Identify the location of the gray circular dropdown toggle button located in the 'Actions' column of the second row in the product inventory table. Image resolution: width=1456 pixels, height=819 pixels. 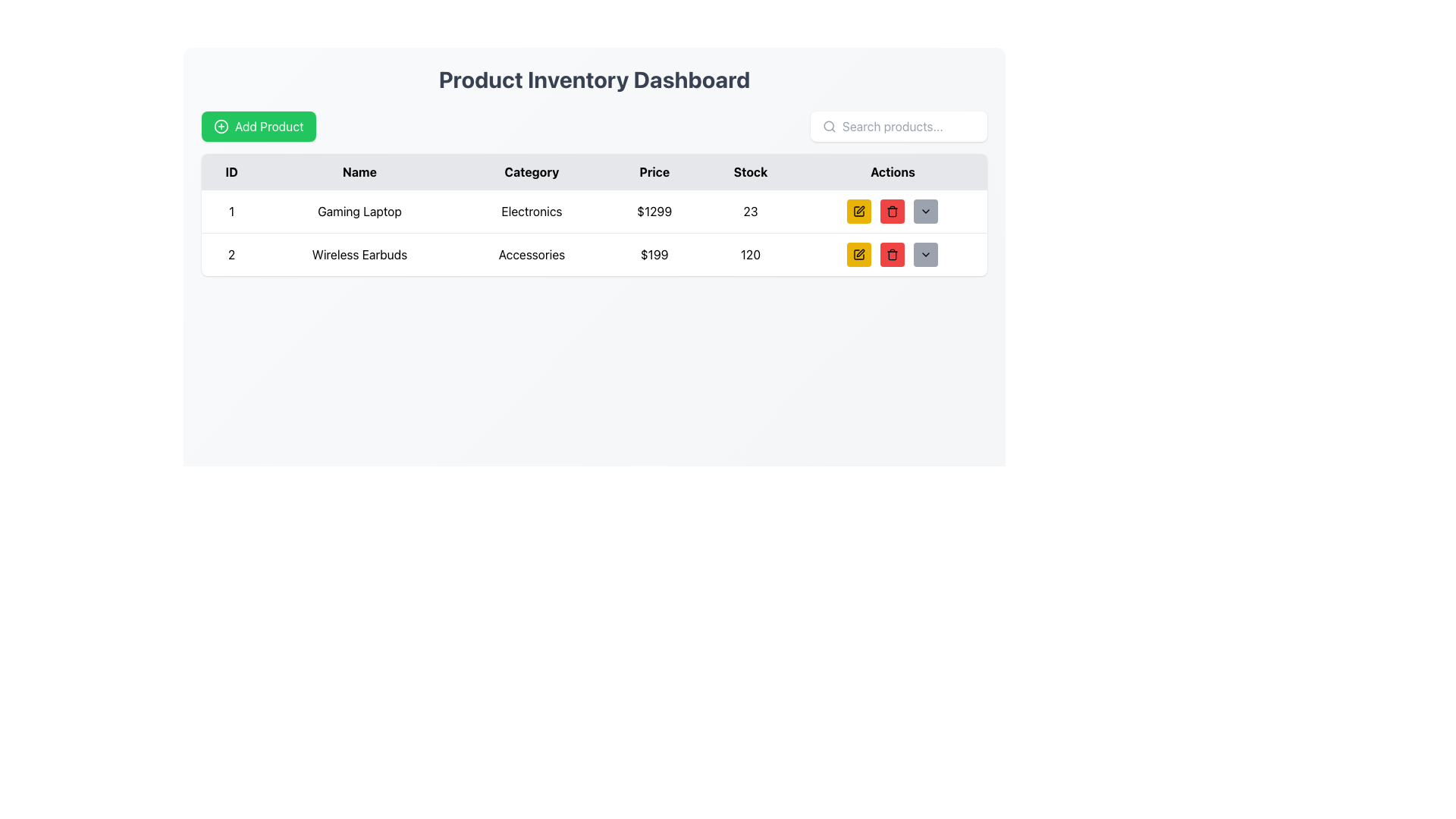
(925, 211).